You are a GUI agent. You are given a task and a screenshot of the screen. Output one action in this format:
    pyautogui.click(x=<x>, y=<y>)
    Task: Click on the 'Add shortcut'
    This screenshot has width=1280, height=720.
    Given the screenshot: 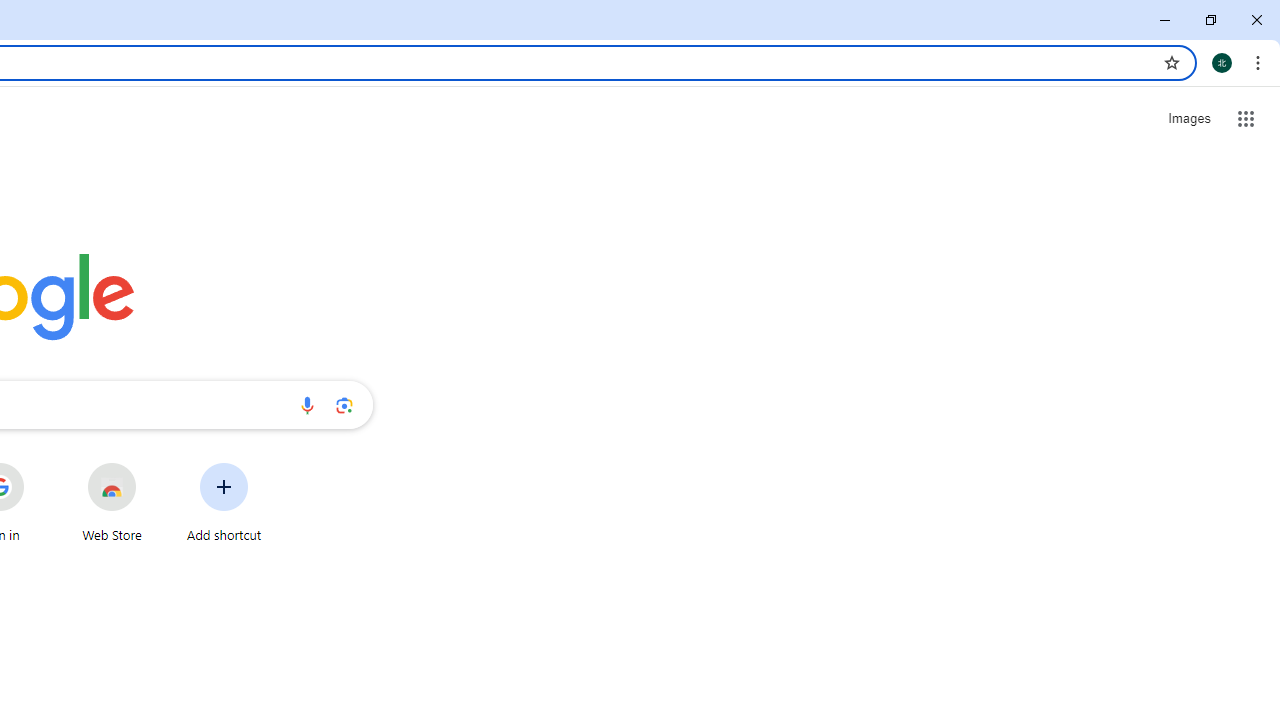 What is the action you would take?
    pyautogui.click(x=224, y=501)
    